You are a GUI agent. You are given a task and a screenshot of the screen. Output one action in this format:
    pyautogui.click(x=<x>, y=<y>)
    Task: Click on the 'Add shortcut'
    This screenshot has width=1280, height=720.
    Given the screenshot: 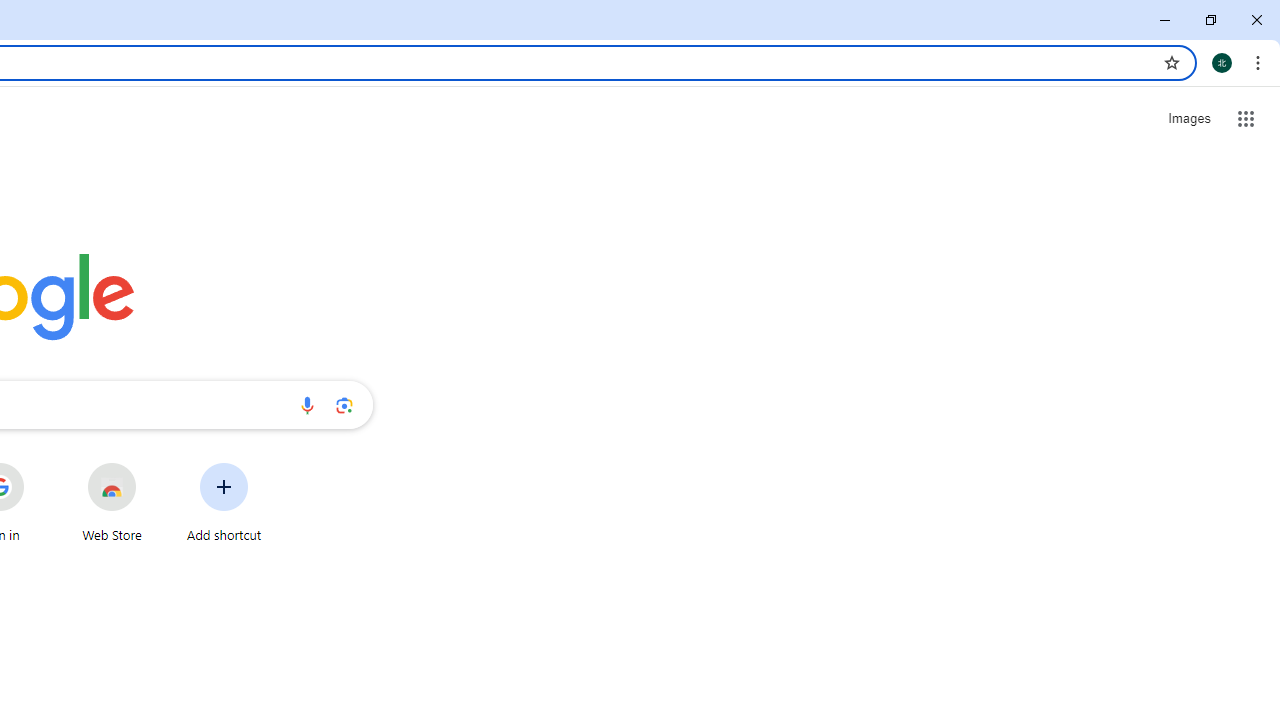 What is the action you would take?
    pyautogui.click(x=224, y=501)
    